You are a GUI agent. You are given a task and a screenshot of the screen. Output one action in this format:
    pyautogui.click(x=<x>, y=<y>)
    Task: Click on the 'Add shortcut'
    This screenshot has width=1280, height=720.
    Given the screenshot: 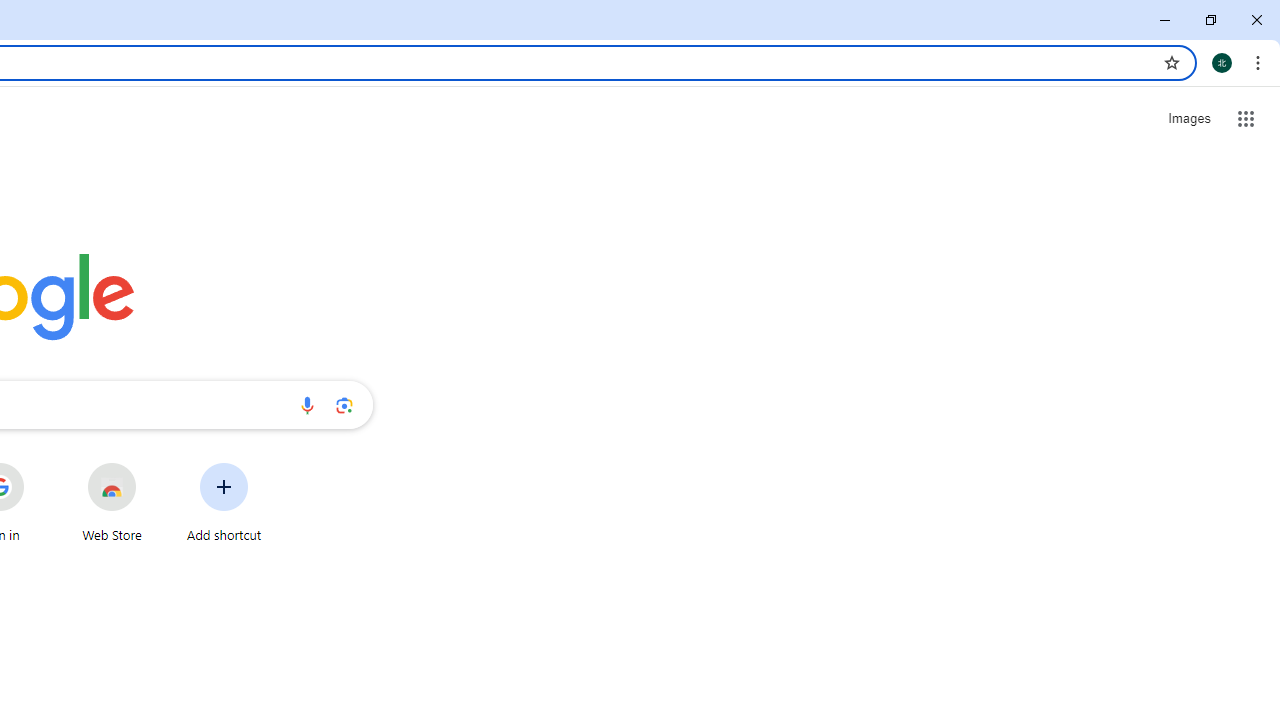 What is the action you would take?
    pyautogui.click(x=224, y=501)
    